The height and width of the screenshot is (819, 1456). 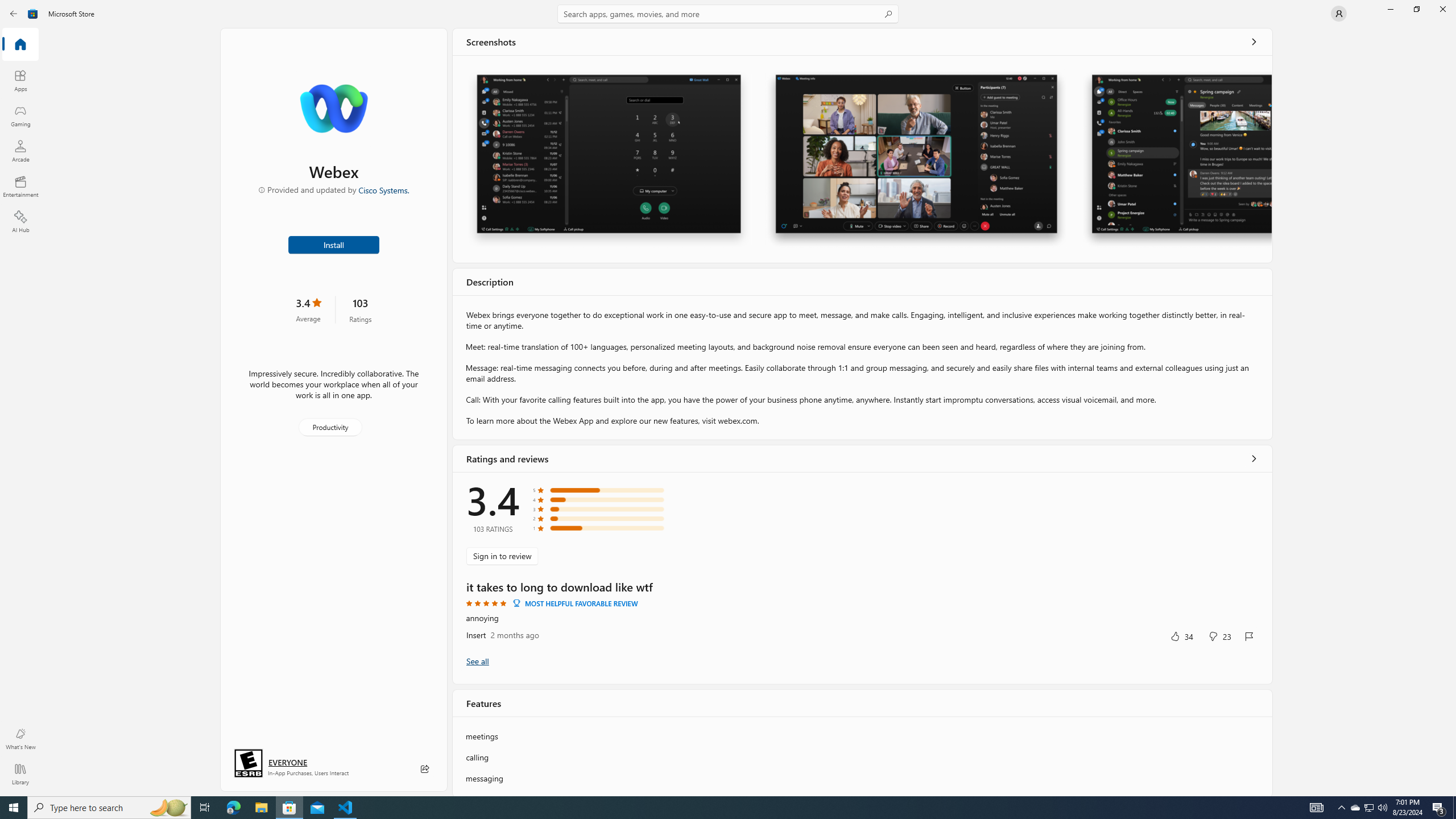 What do you see at coordinates (1338, 13) in the screenshot?
I see `'User profile'` at bounding box center [1338, 13].